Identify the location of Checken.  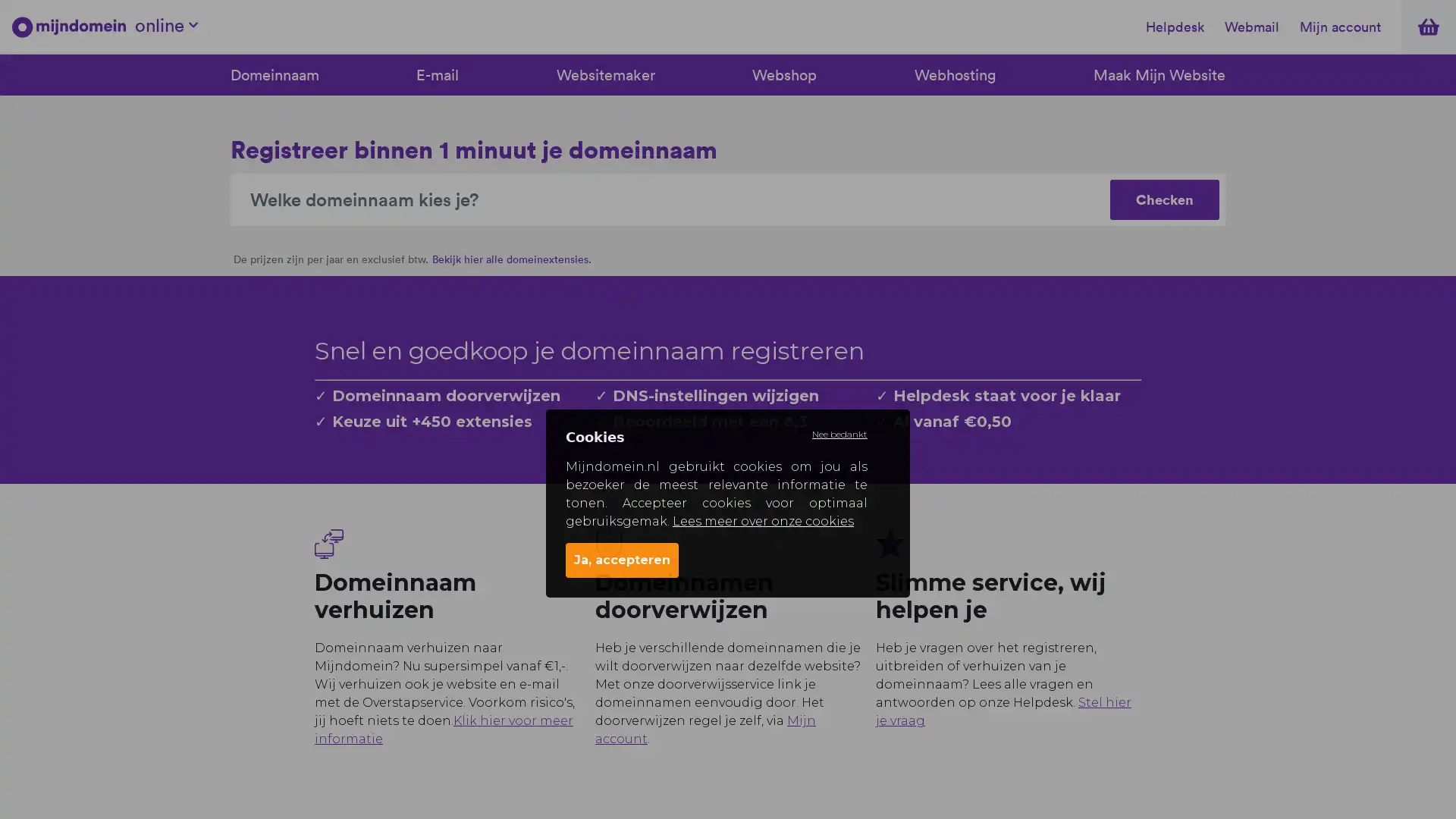
(1164, 199).